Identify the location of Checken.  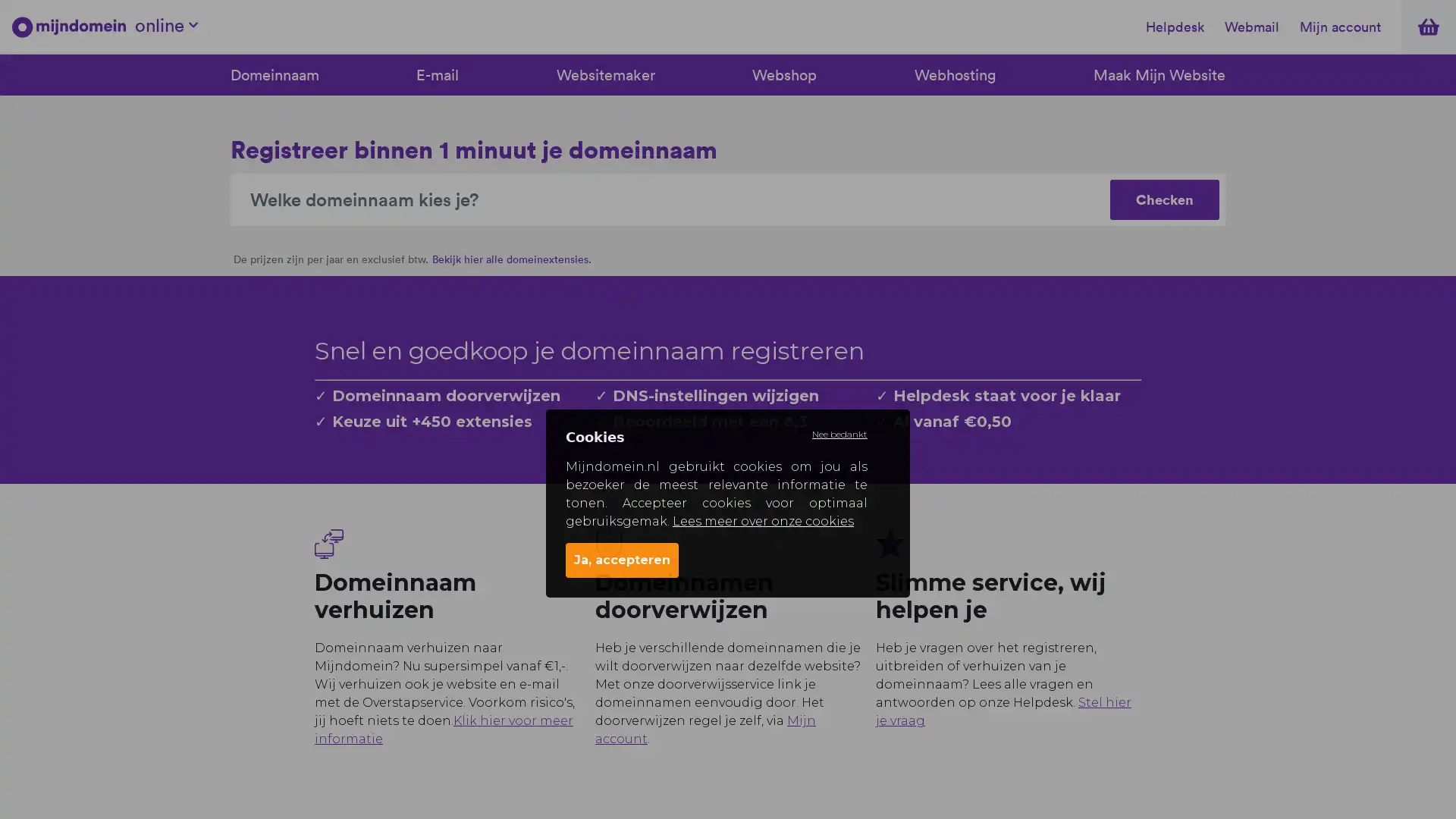
(1164, 199).